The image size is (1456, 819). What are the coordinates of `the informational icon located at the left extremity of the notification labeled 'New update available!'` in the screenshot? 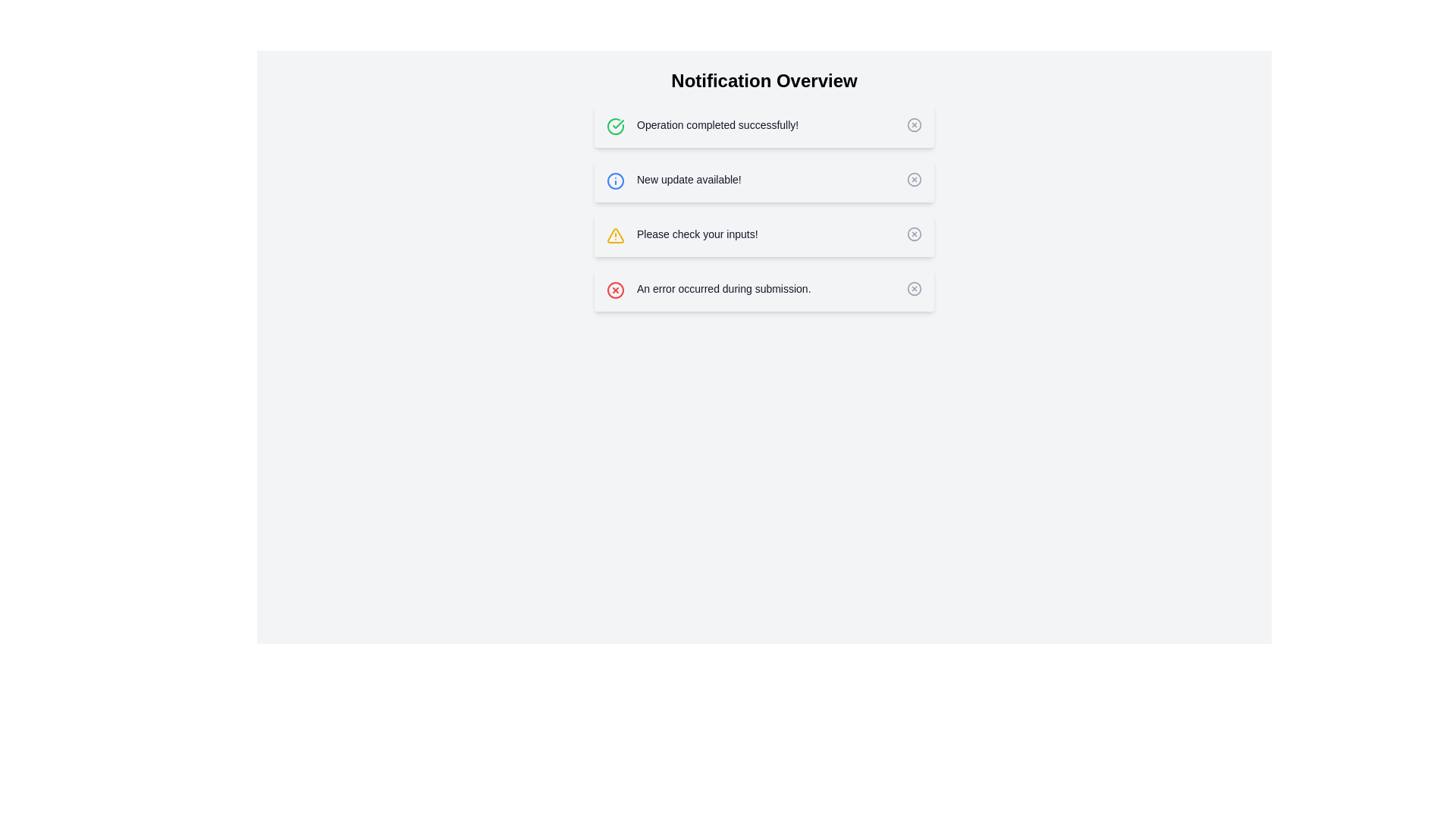 It's located at (615, 180).